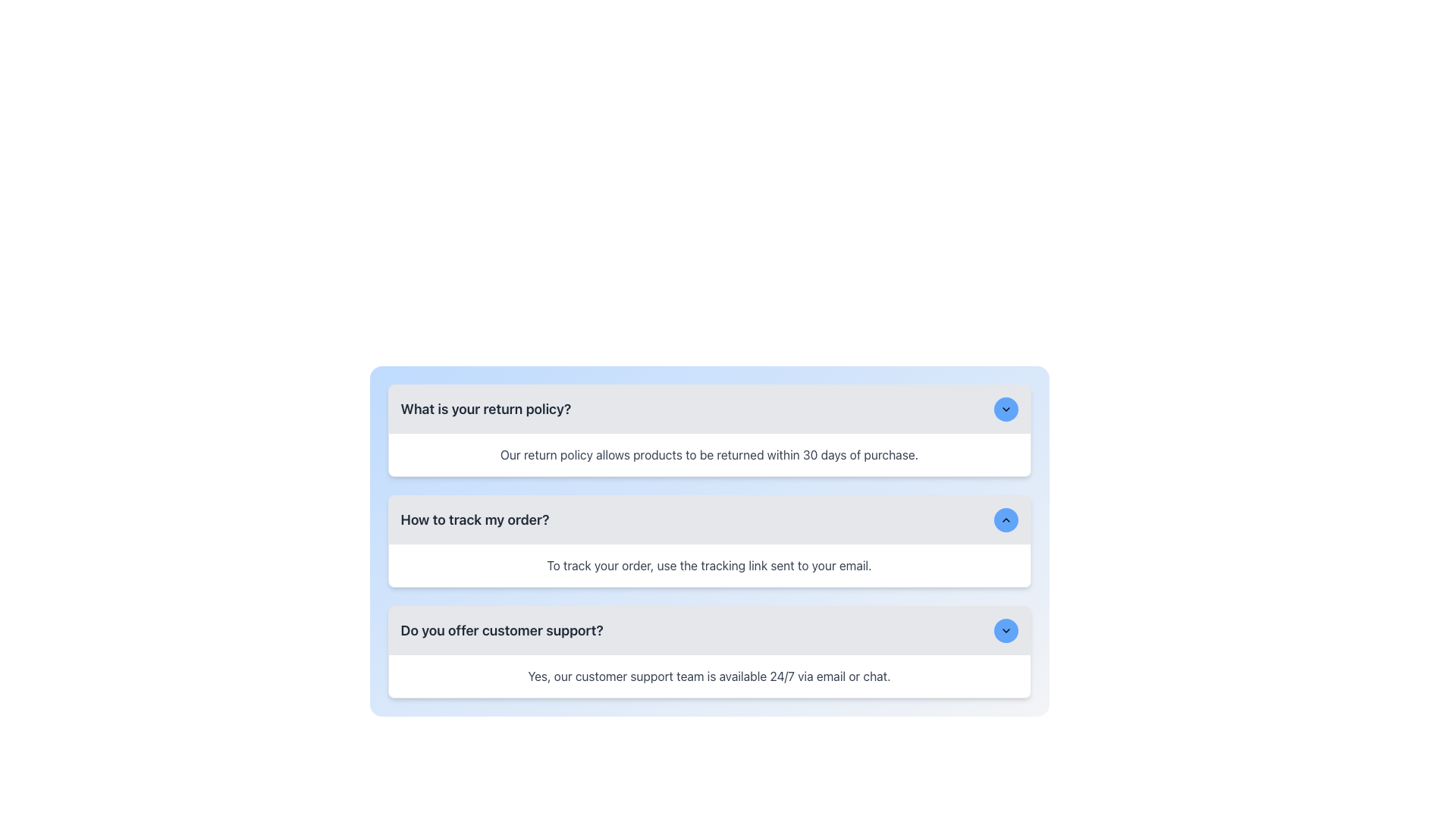 This screenshot has width=1456, height=819. Describe the element at coordinates (708, 454) in the screenshot. I see `the static text block that reads 'Our return policy allows products to be returned within 30 days of purchase.' located beneath the question 'What is your return policy?' in the FAQ section` at that location.